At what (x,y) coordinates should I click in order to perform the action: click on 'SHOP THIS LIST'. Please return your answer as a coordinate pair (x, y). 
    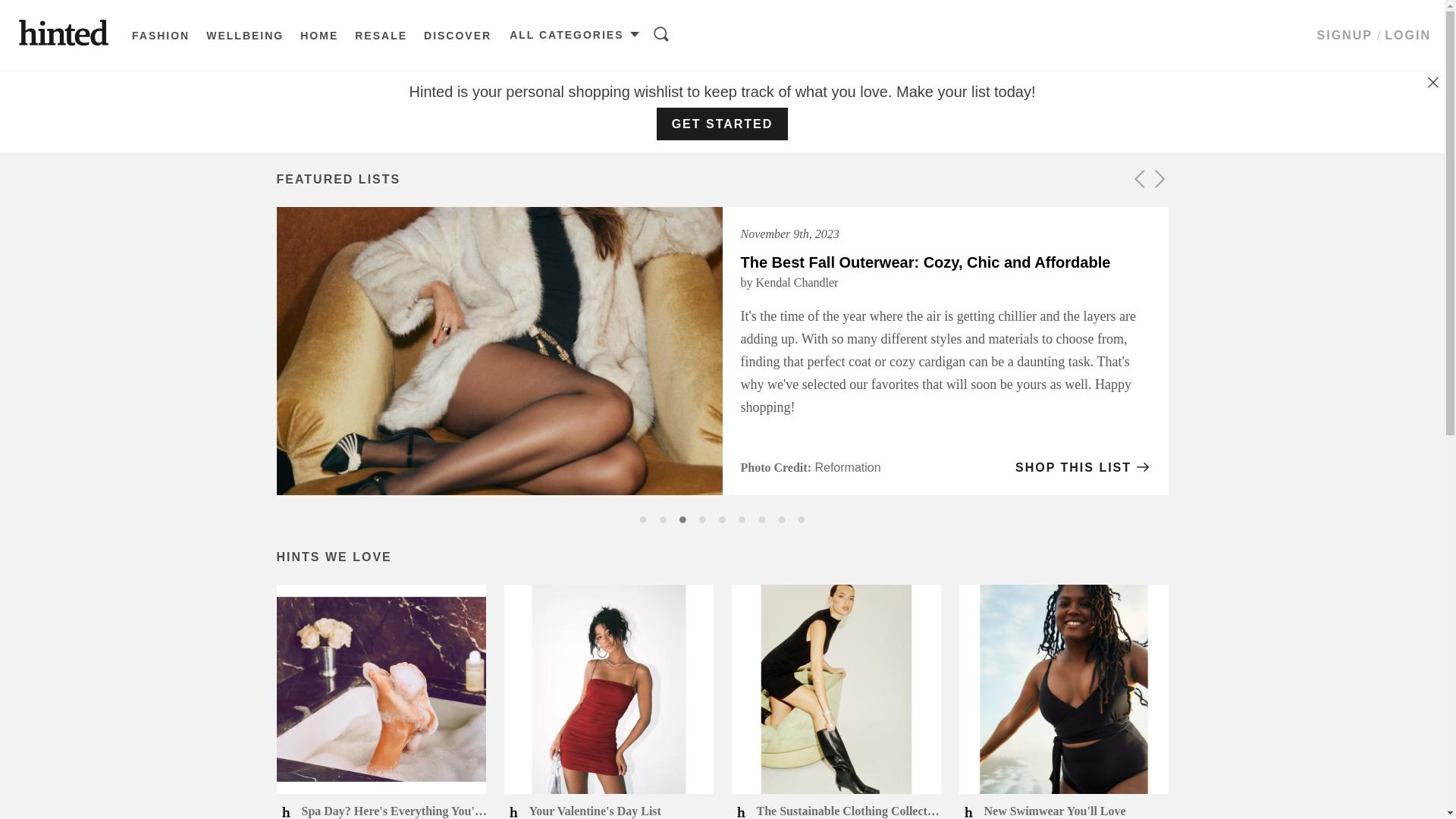
    Looking at the image, I should click on (1015, 467).